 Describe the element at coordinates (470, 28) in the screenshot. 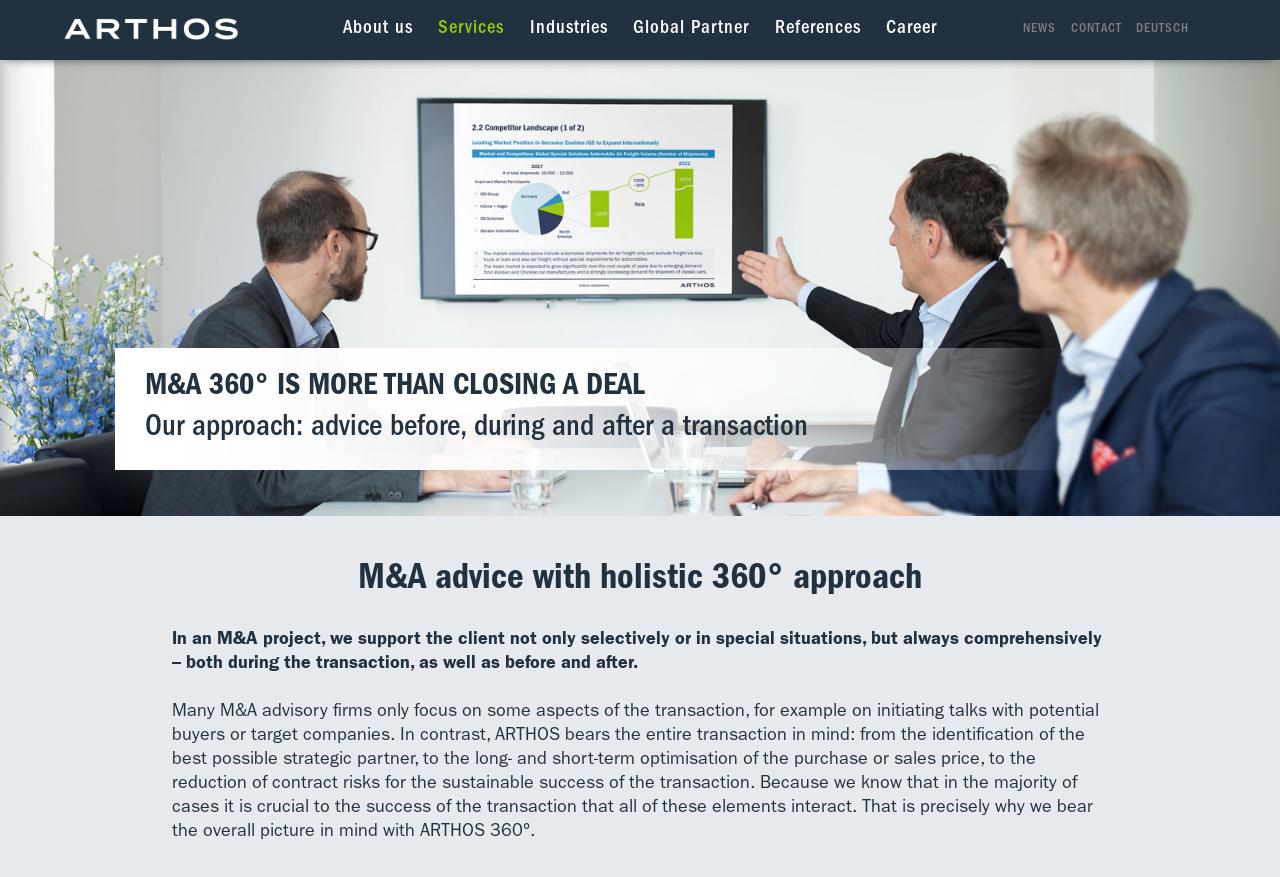

I see `'Services'` at that location.